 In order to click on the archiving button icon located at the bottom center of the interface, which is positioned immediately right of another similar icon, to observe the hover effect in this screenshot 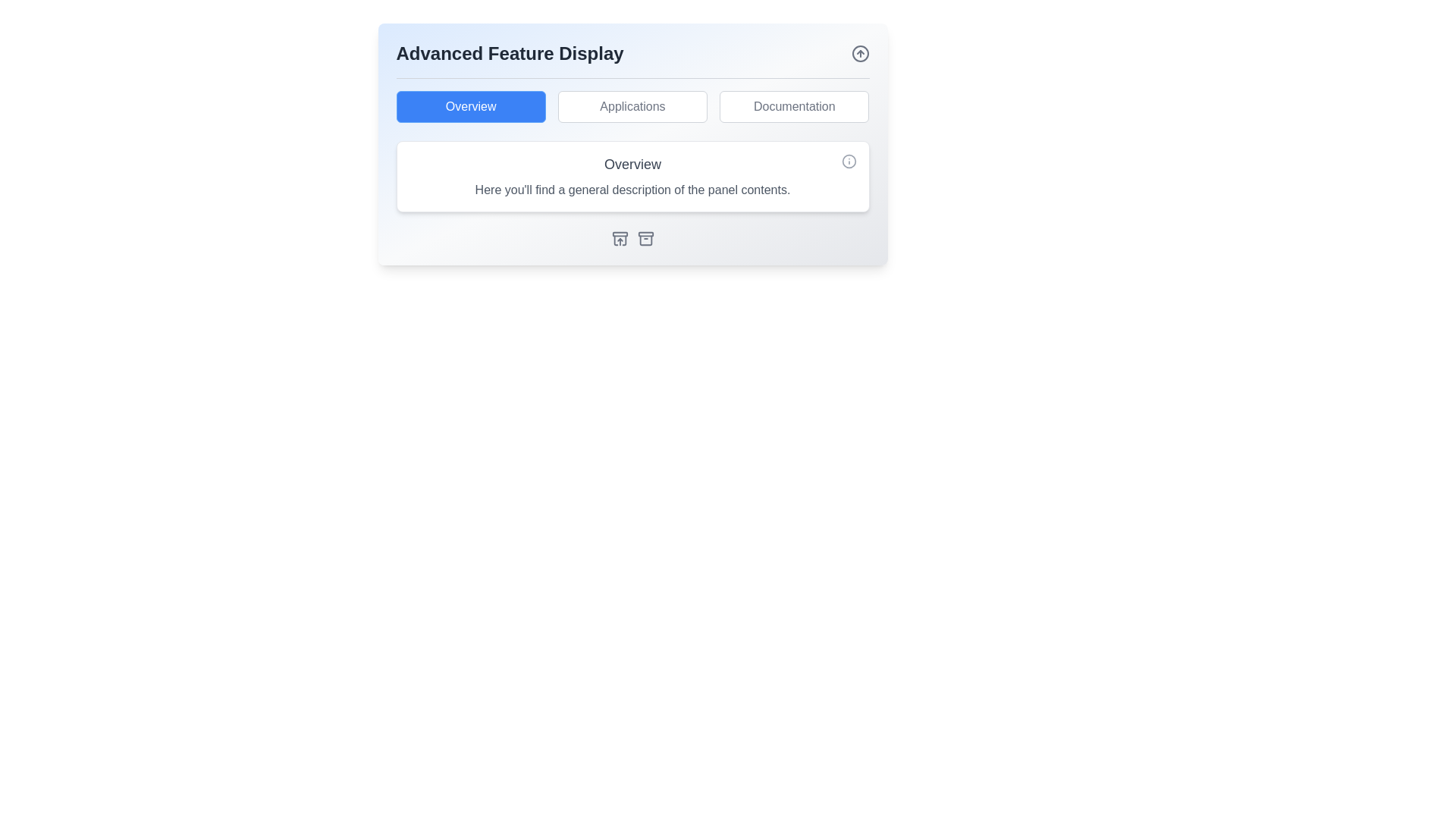, I will do `click(645, 239)`.